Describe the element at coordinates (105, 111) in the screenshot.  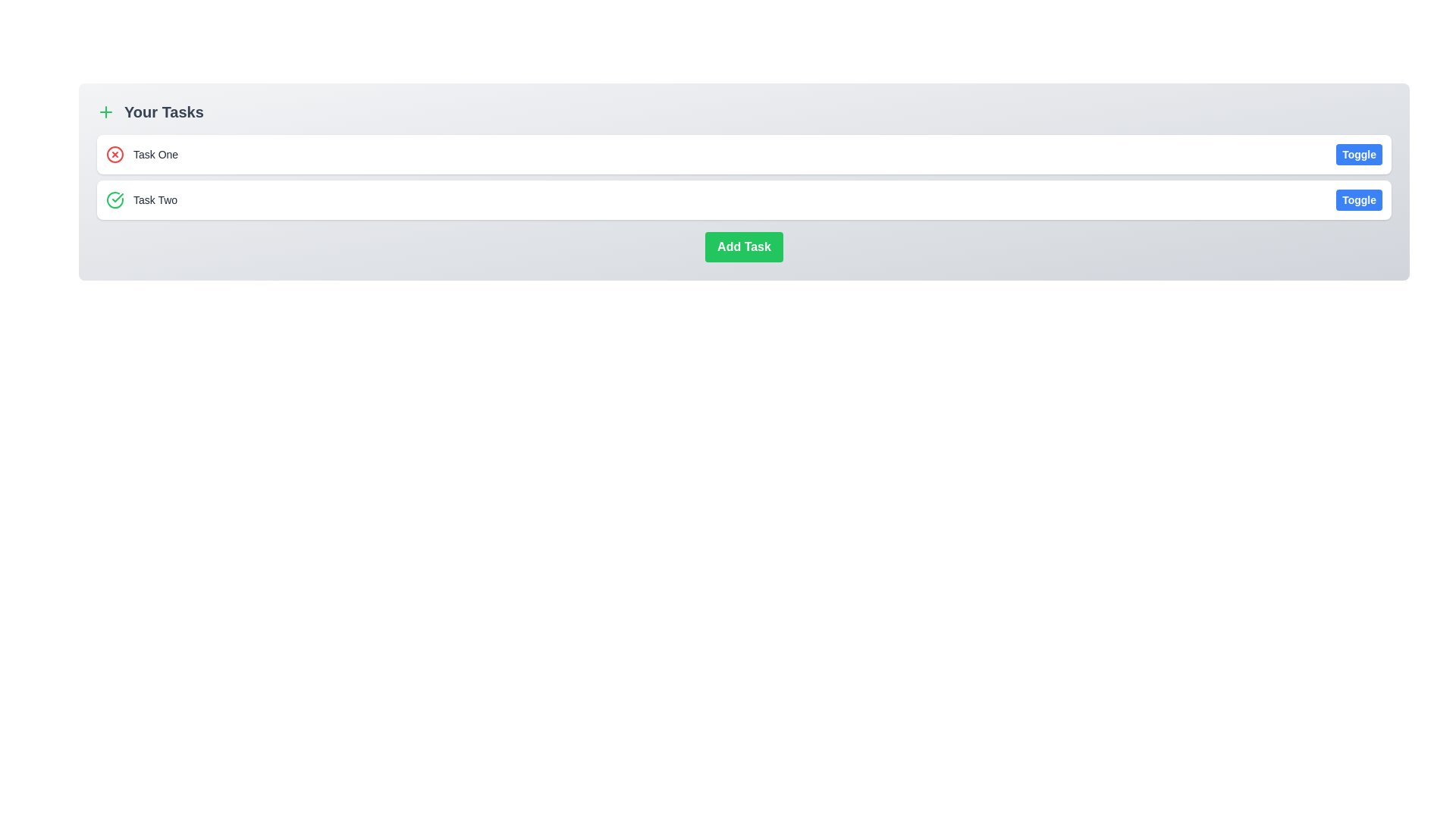
I see `the green plus icon button (SVG graphic) located at the far left of the 'Your Tasks' header` at that location.